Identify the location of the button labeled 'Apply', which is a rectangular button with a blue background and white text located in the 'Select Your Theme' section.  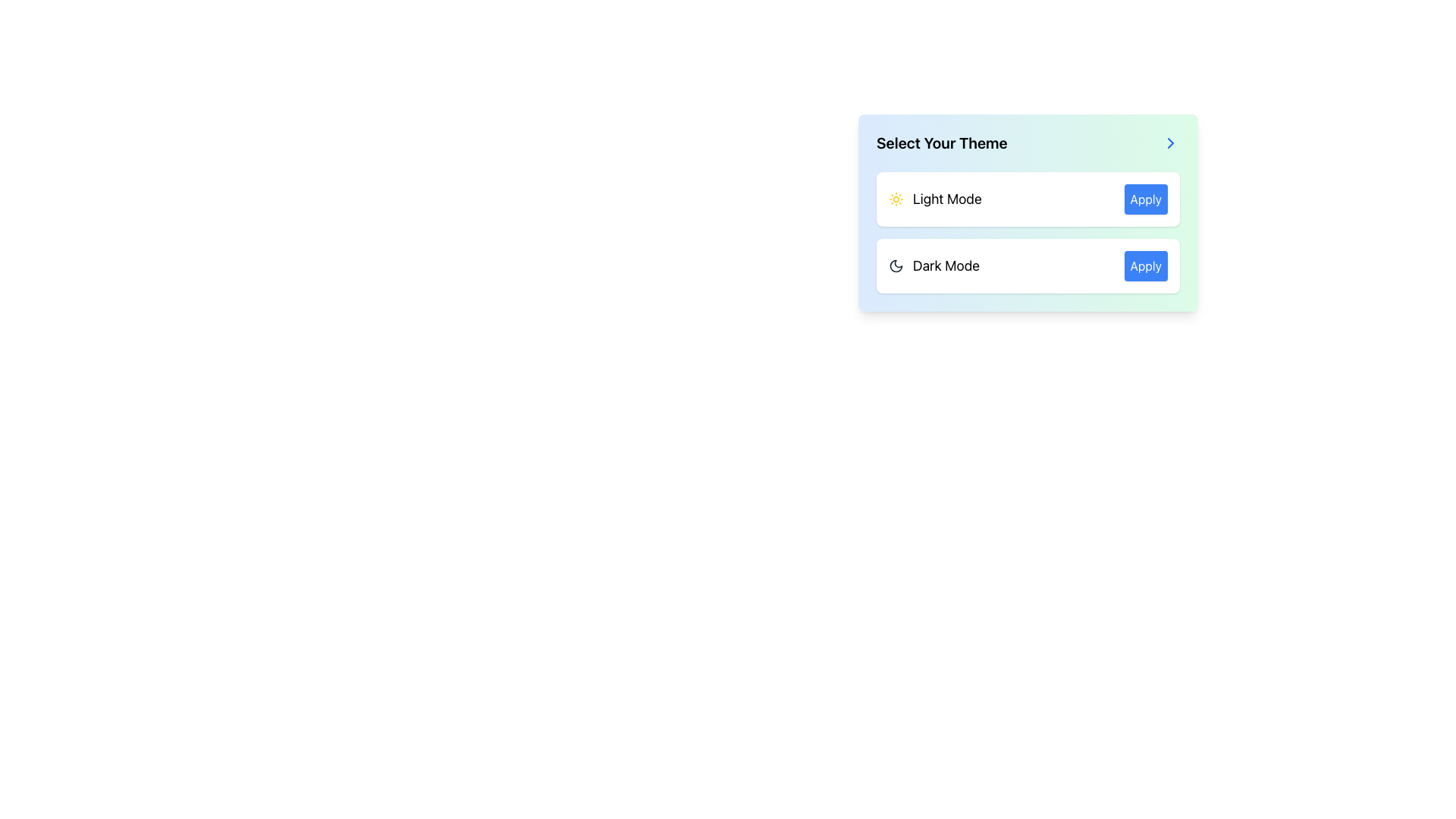
(1146, 198).